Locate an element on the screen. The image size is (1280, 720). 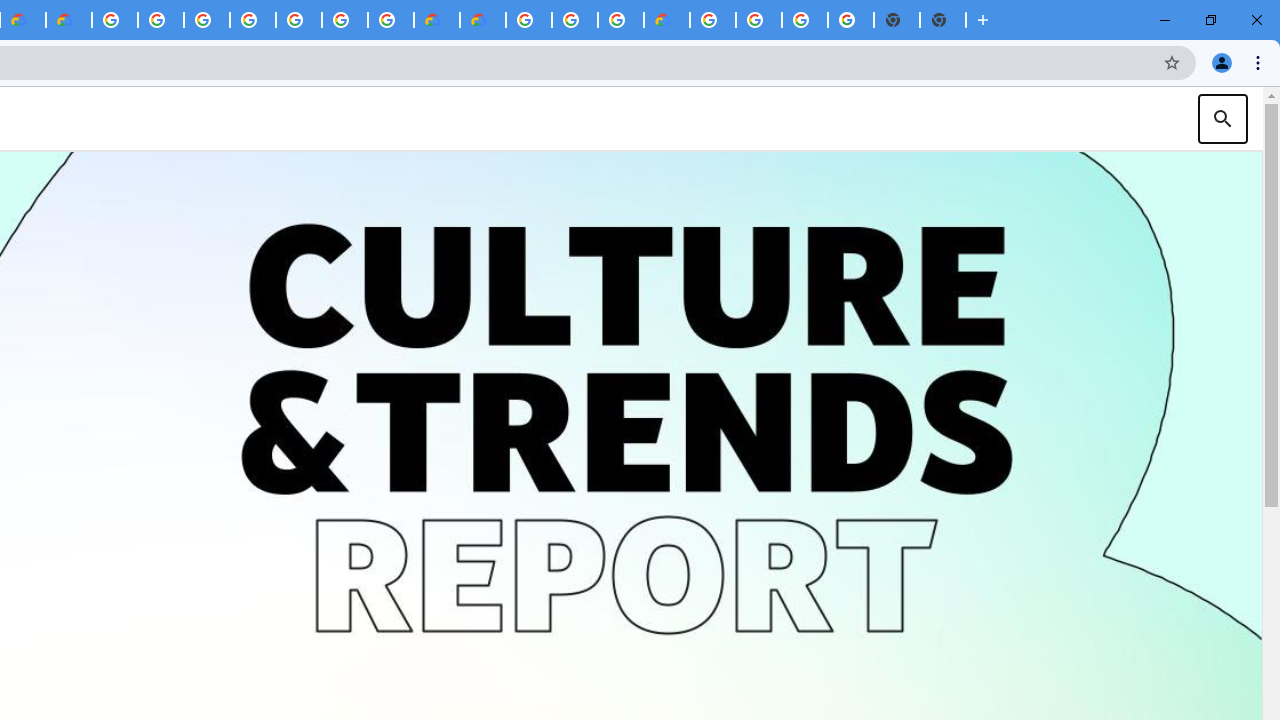
'Google Cloud Platform' is located at coordinates (712, 20).